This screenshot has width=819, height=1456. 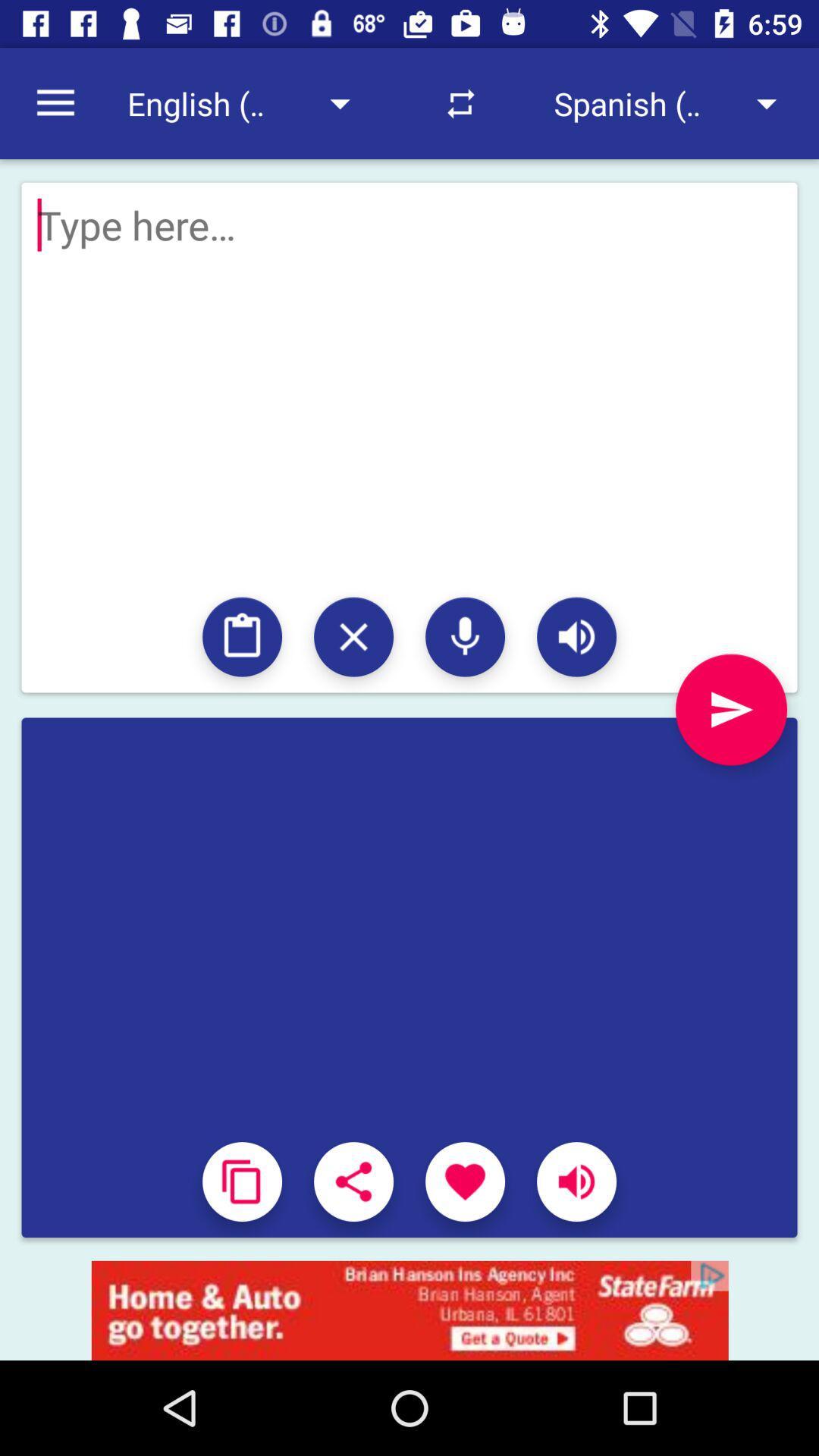 What do you see at coordinates (464, 637) in the screenshot?
I see `choose audio button` at bounding box center [464, 637].